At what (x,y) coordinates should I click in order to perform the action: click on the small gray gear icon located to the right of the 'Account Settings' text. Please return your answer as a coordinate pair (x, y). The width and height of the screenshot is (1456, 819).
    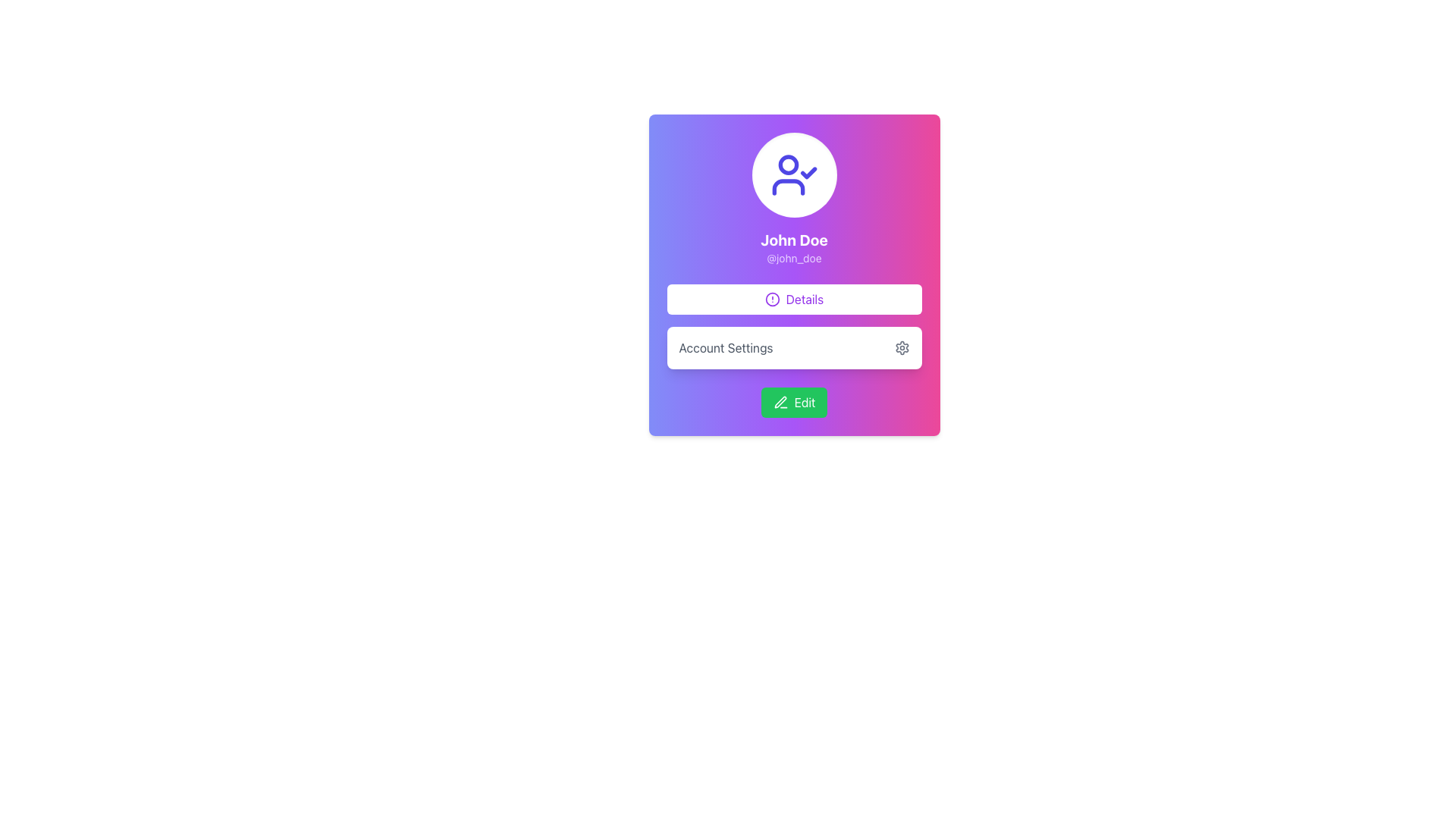
    Looking at the image, I should click on (902, 348).